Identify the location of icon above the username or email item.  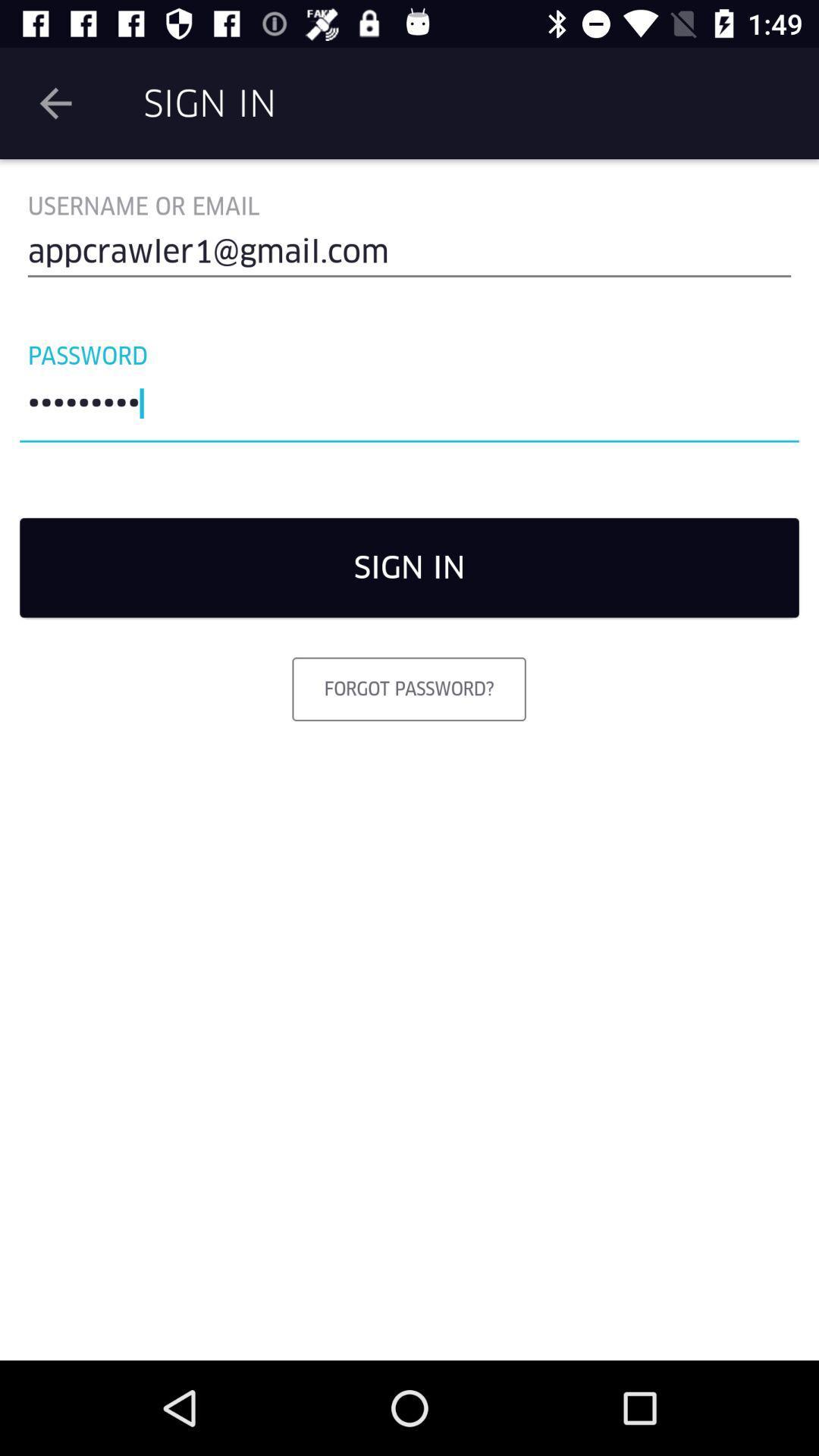
(55, 102).